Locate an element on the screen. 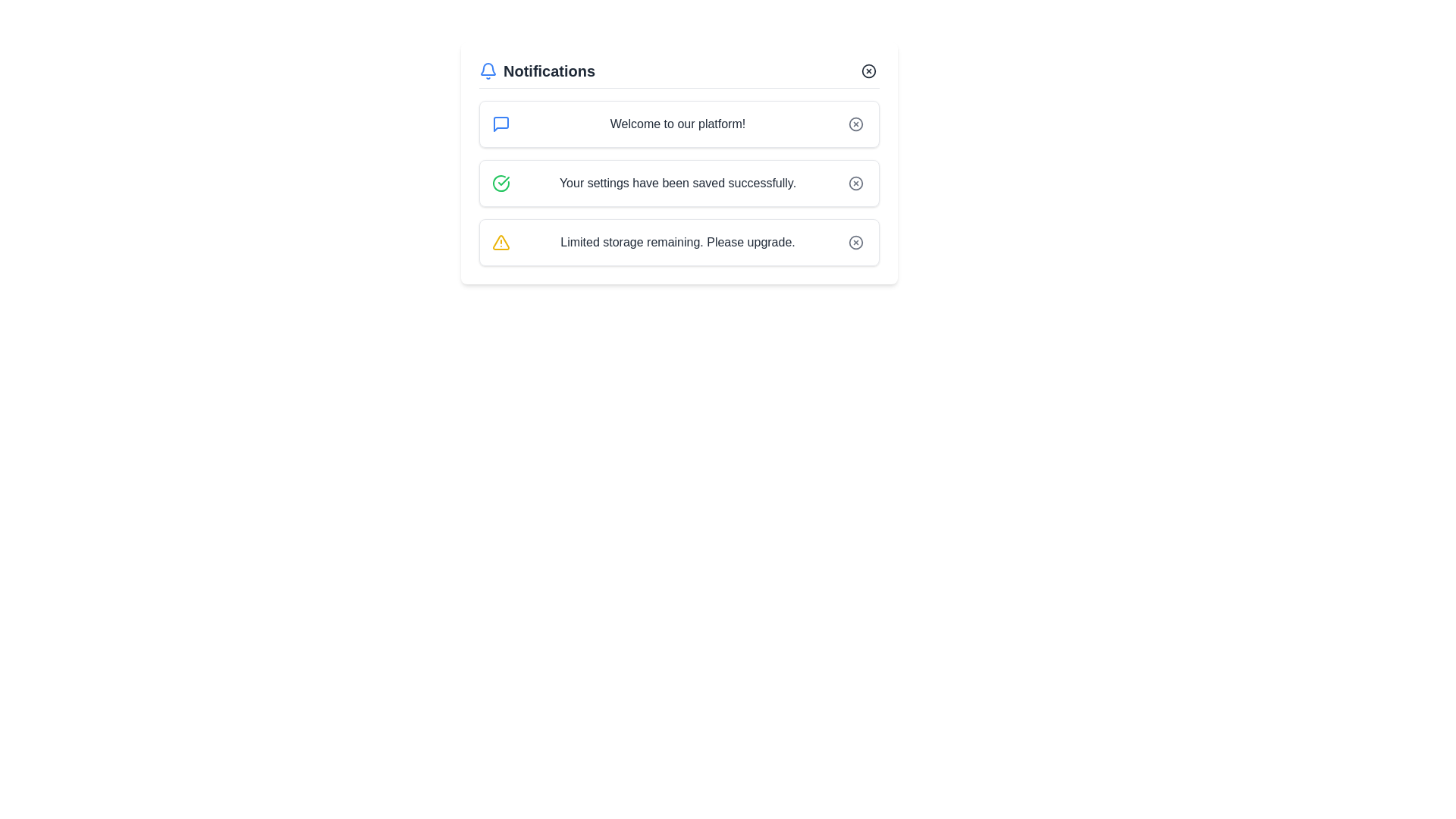 The width and height of the screenshot is (1456, 819). the dismiss button located in the third notification item is located at coordinates (855, 242).